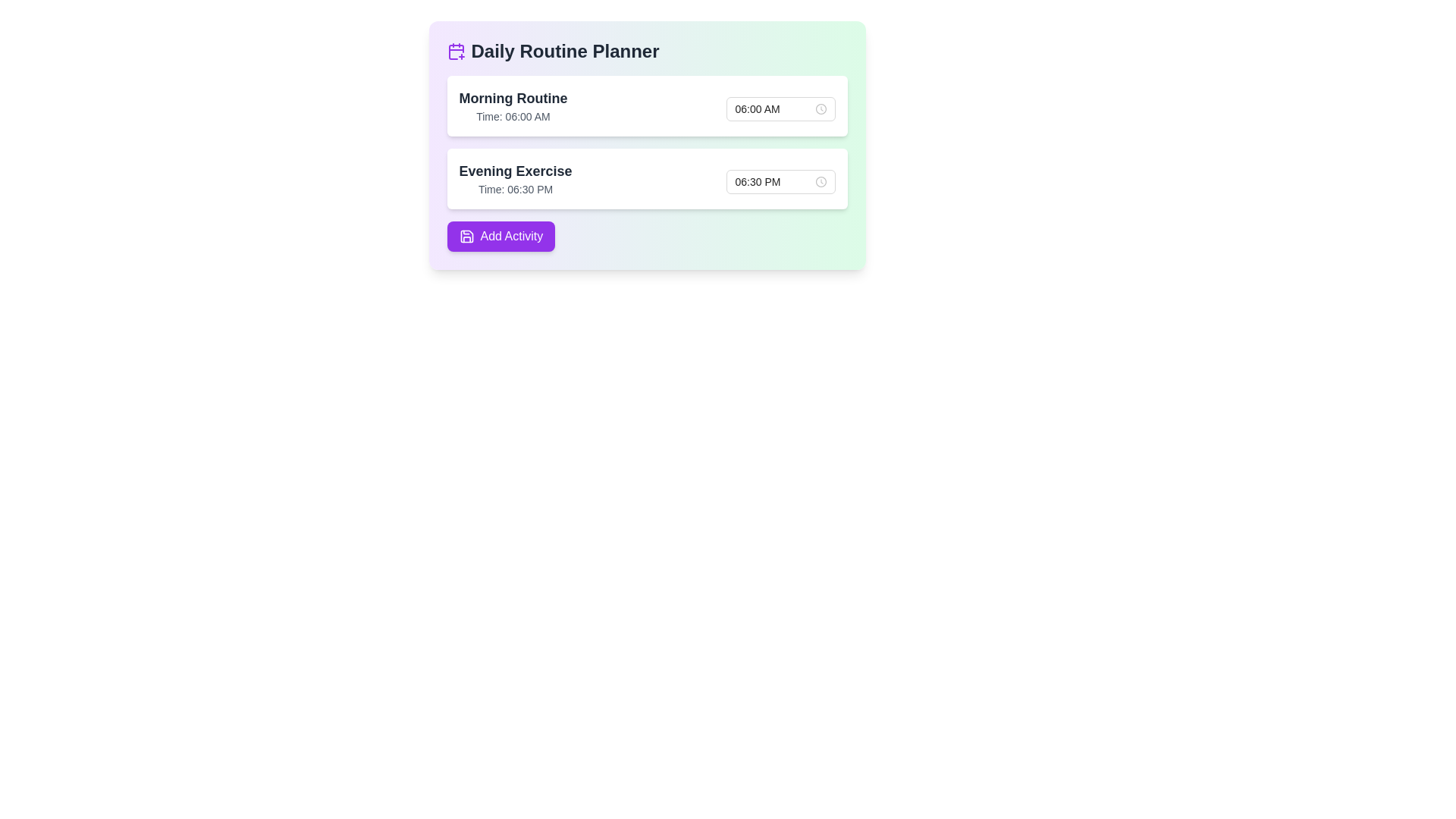  What do you see at coordinates (780, 108) in the screenshot?
I see `the Time picker field located in the 'Morning Routine' section of the daily planner interface` at bounding box center [780, 108].